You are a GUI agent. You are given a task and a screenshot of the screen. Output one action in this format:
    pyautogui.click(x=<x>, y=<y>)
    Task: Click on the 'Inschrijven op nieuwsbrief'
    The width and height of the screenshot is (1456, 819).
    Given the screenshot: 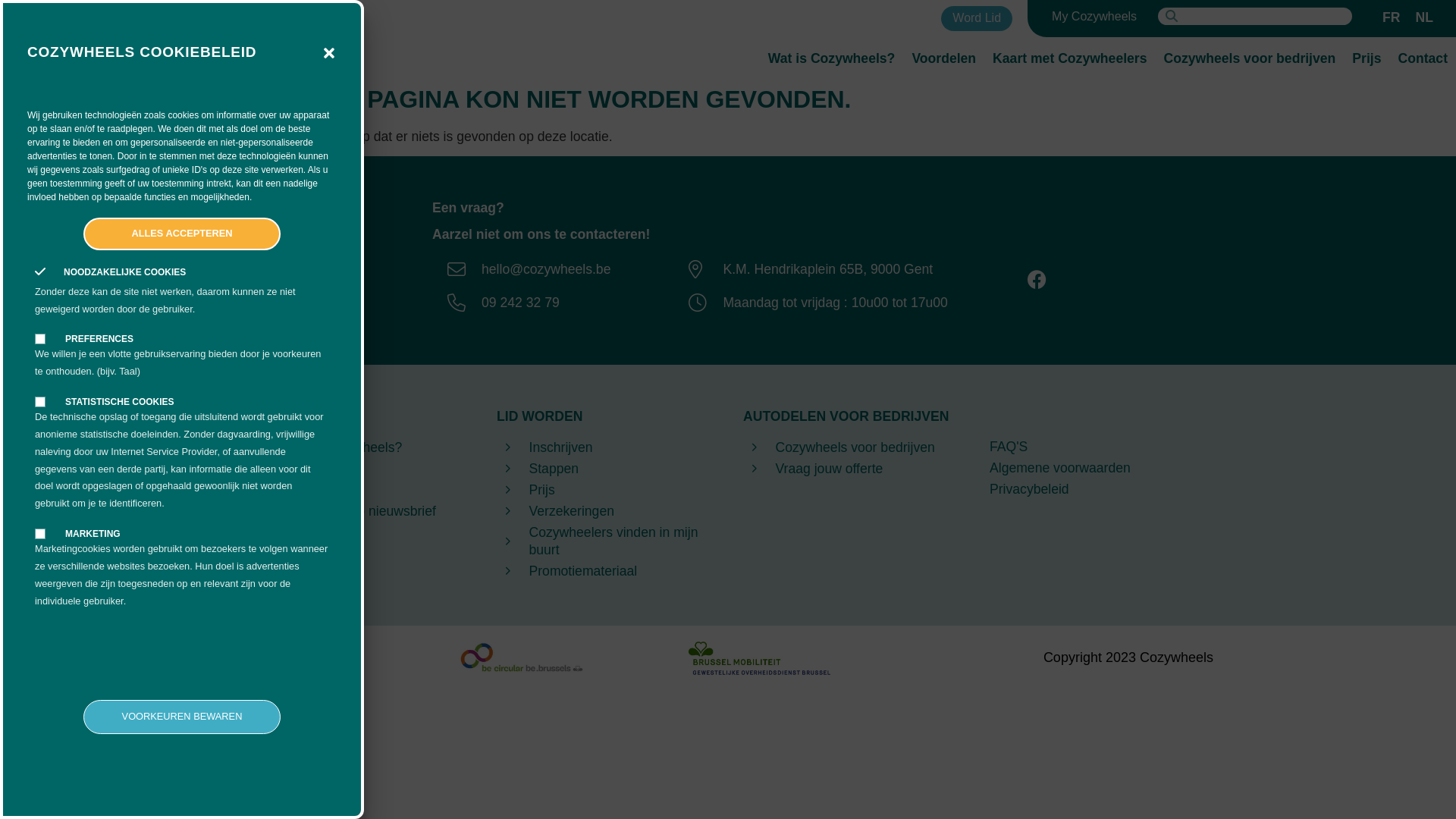 What is the action you would take?
    pyautogui.click(x=357, y=511)
    